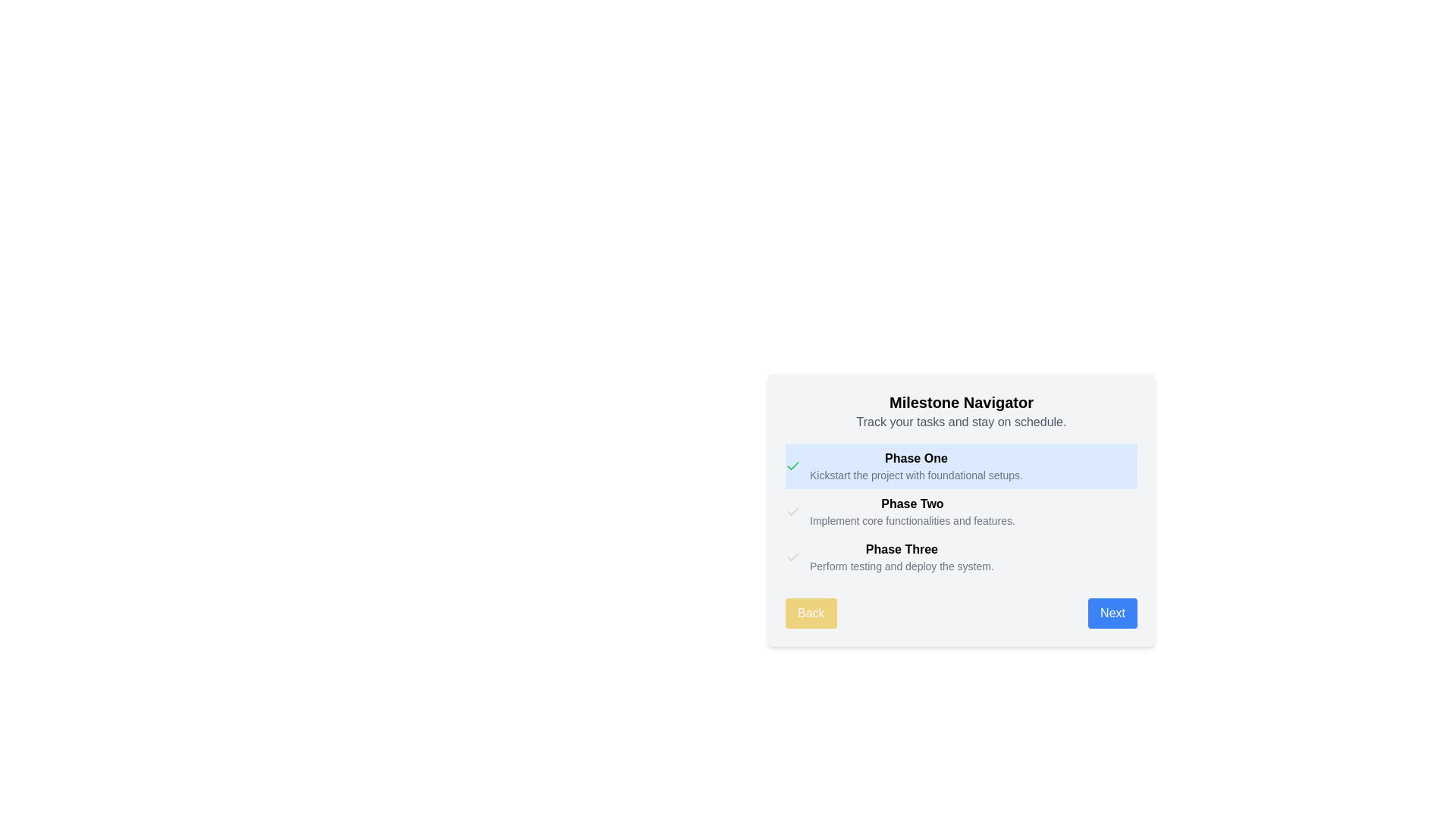 This screenshot has width=1456, height=819. I want to click on the Button Group located at the bottom of the milestone navigator interface, specifically, so click(960, 613).